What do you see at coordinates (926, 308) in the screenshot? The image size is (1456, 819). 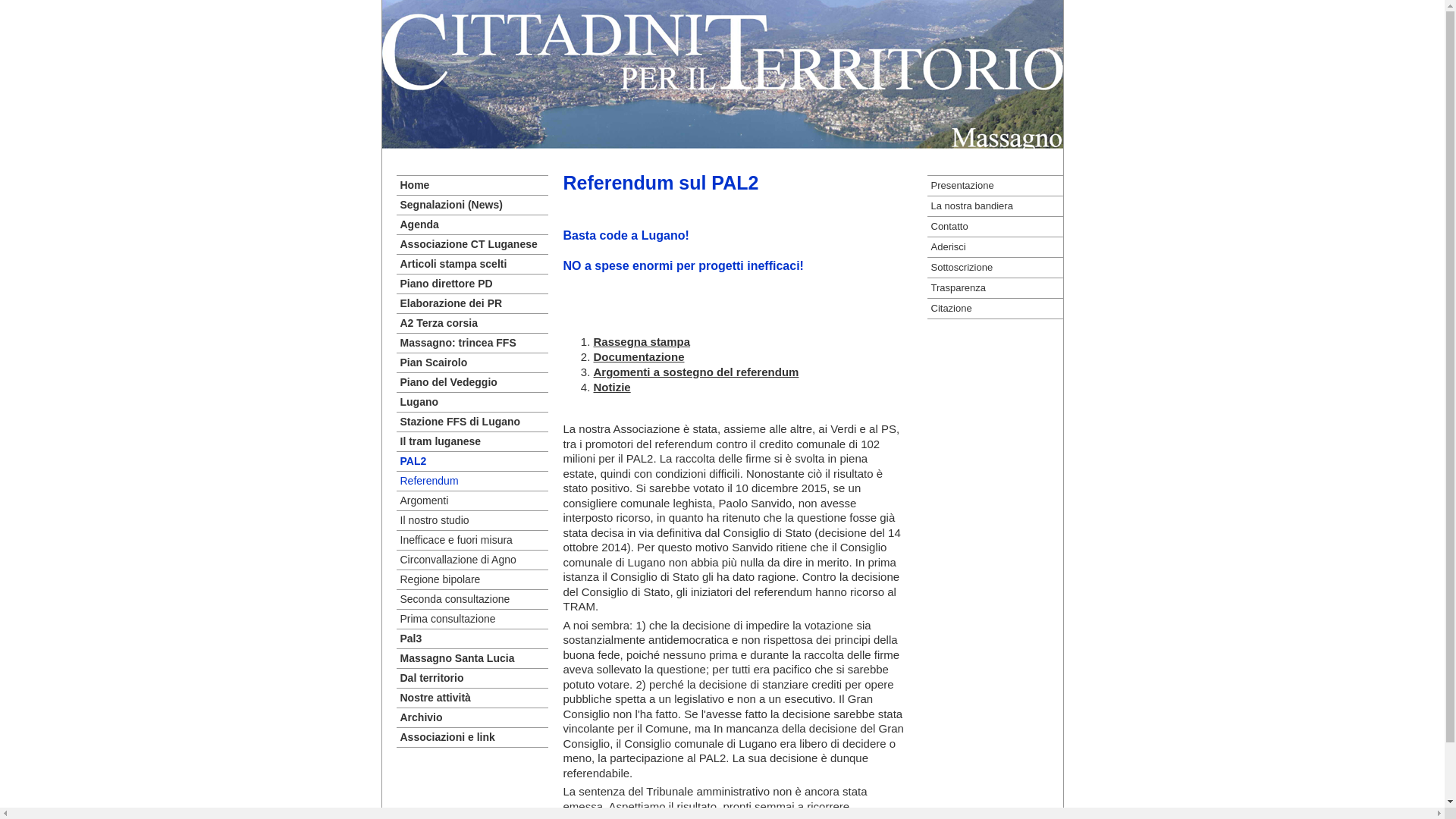 I see `'Citazione'` at bounding box center [926, 308].